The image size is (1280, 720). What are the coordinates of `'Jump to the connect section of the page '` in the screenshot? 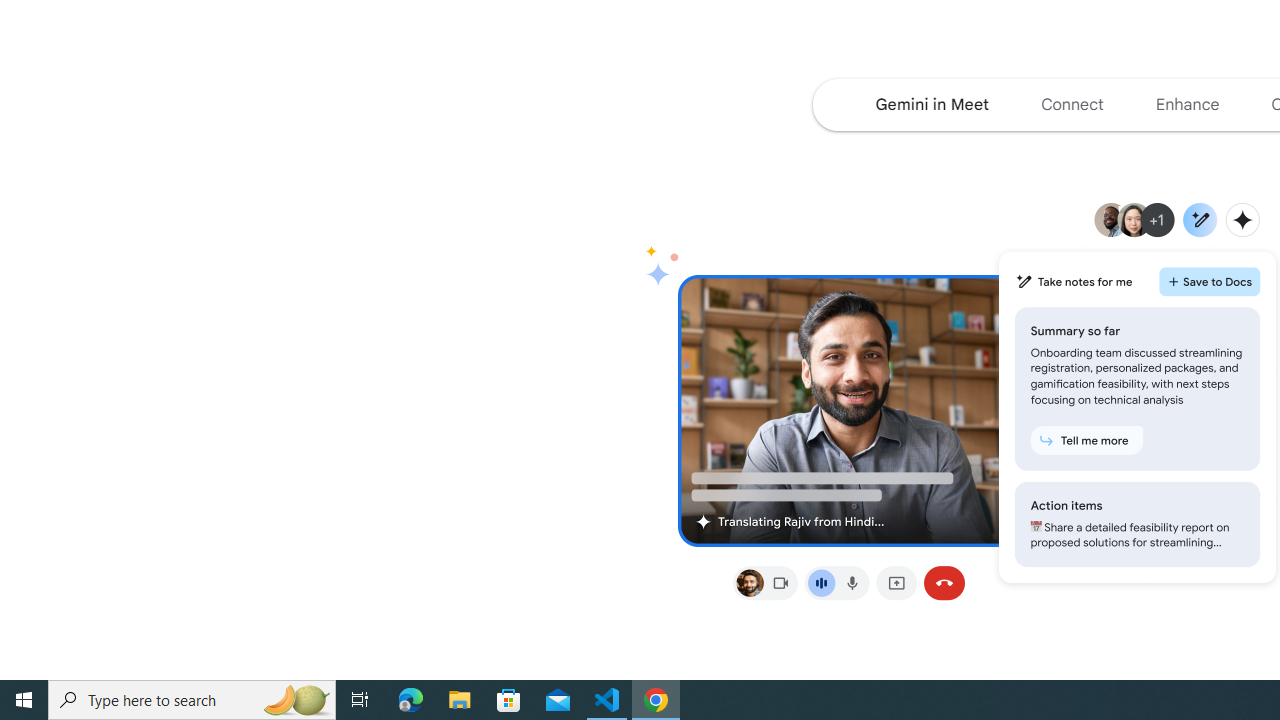 It's located at (1071, 104).